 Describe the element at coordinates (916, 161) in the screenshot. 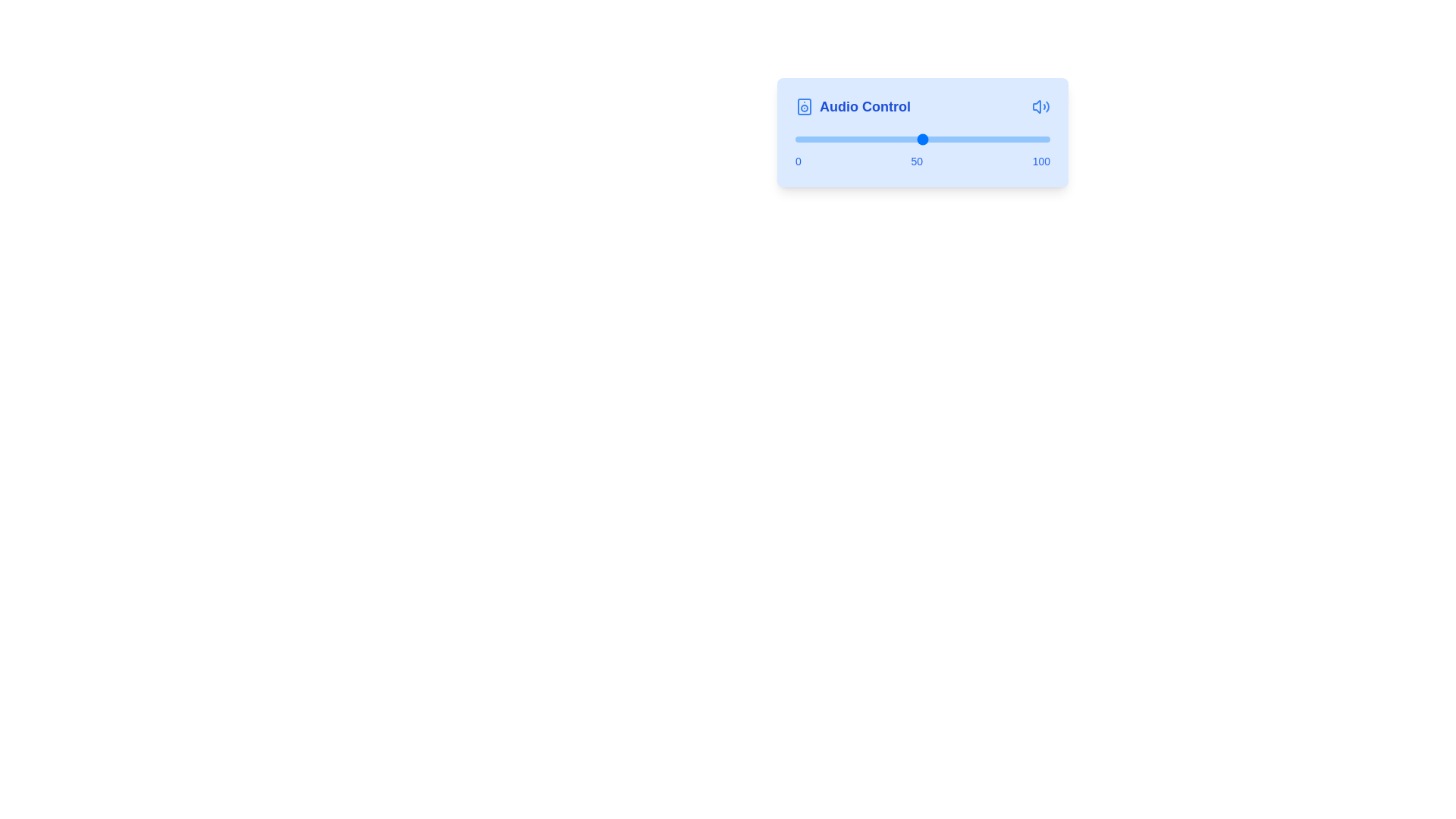

I see `the static text label indicating the midpoint value of the range (50%)` at that location.